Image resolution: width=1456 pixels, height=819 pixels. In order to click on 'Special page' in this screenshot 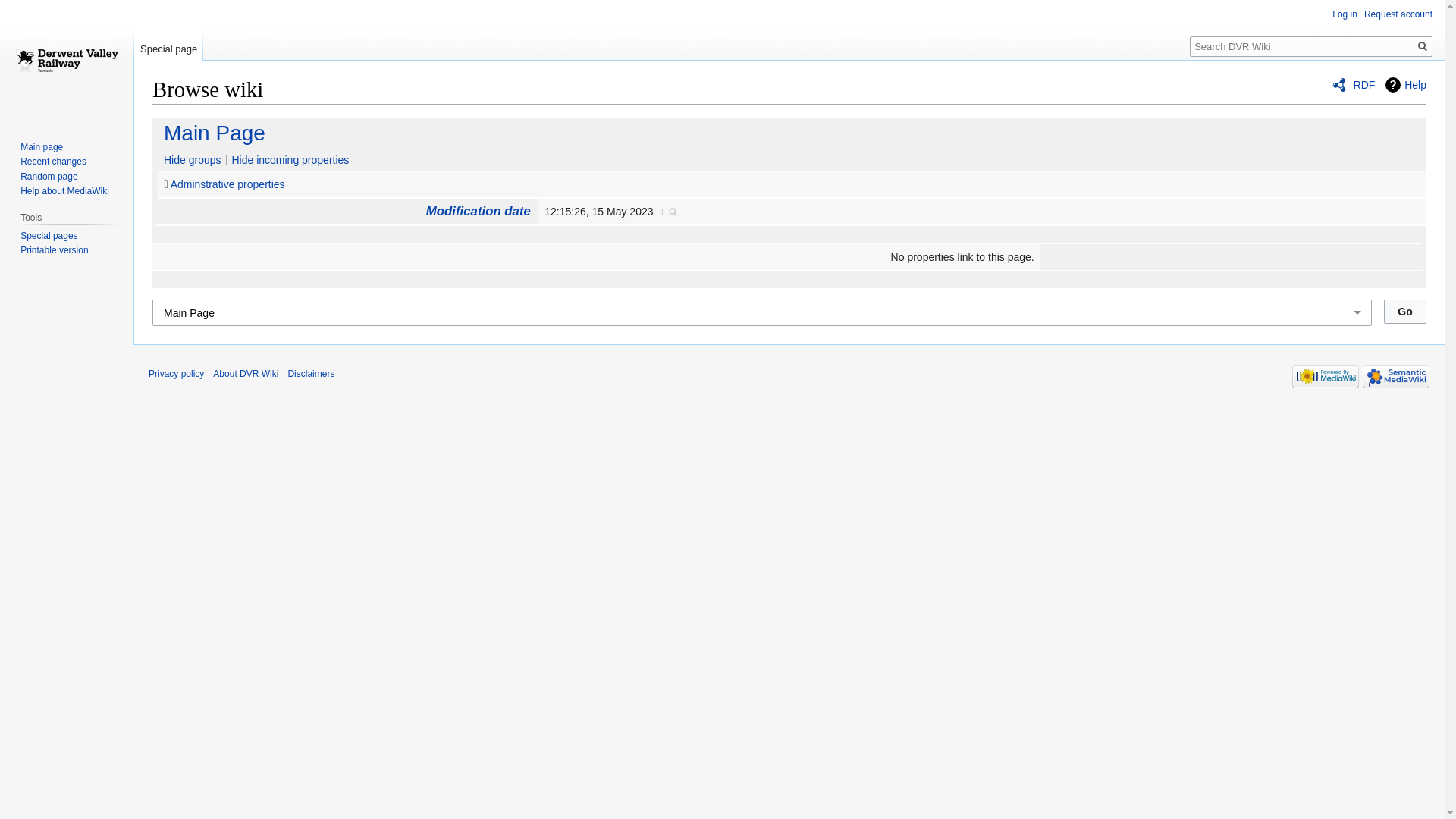, I will do `click(168, 45)`.